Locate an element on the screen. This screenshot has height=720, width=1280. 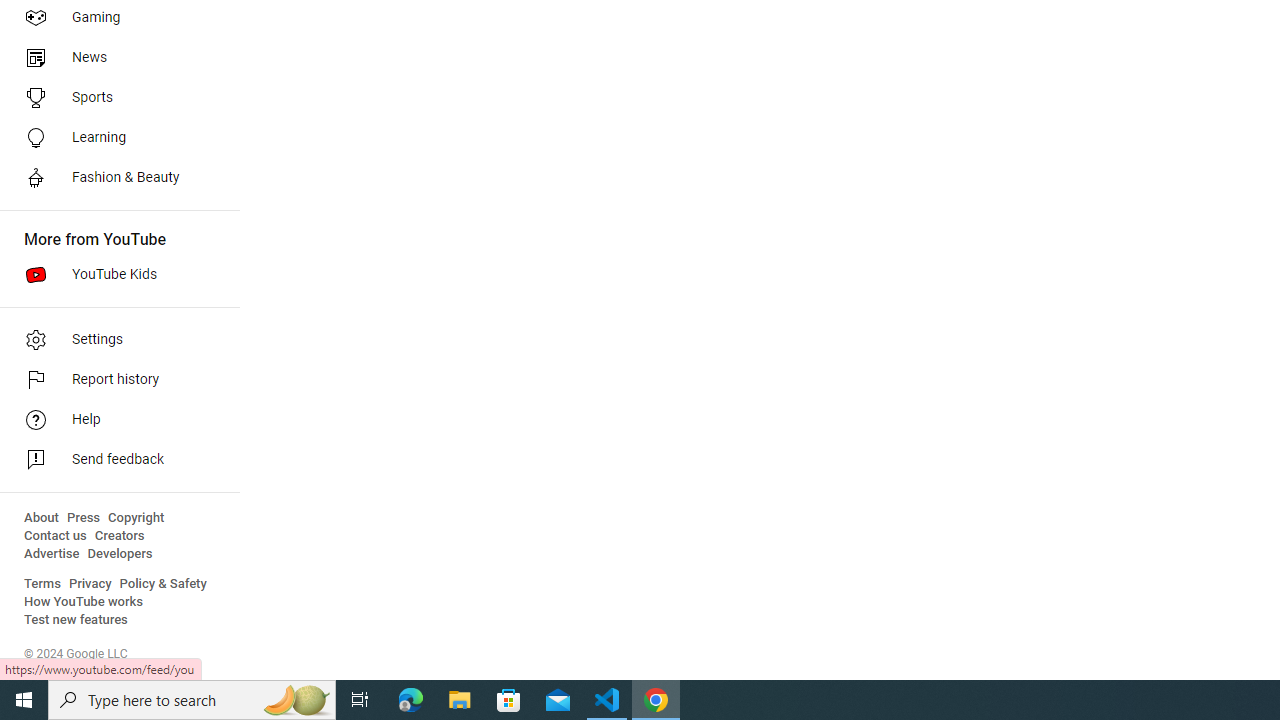
'About' is located at coordinates (41, 517).